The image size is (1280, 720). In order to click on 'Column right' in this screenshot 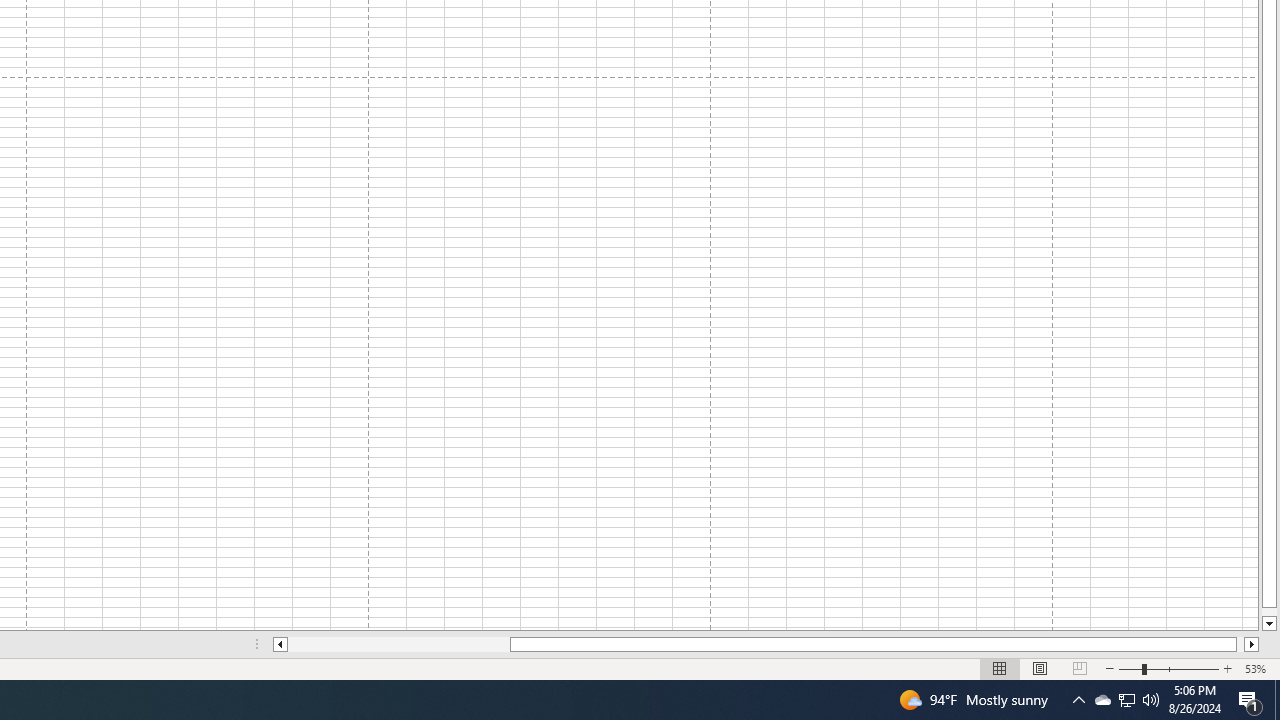, I will do `click(1251, 644)`.